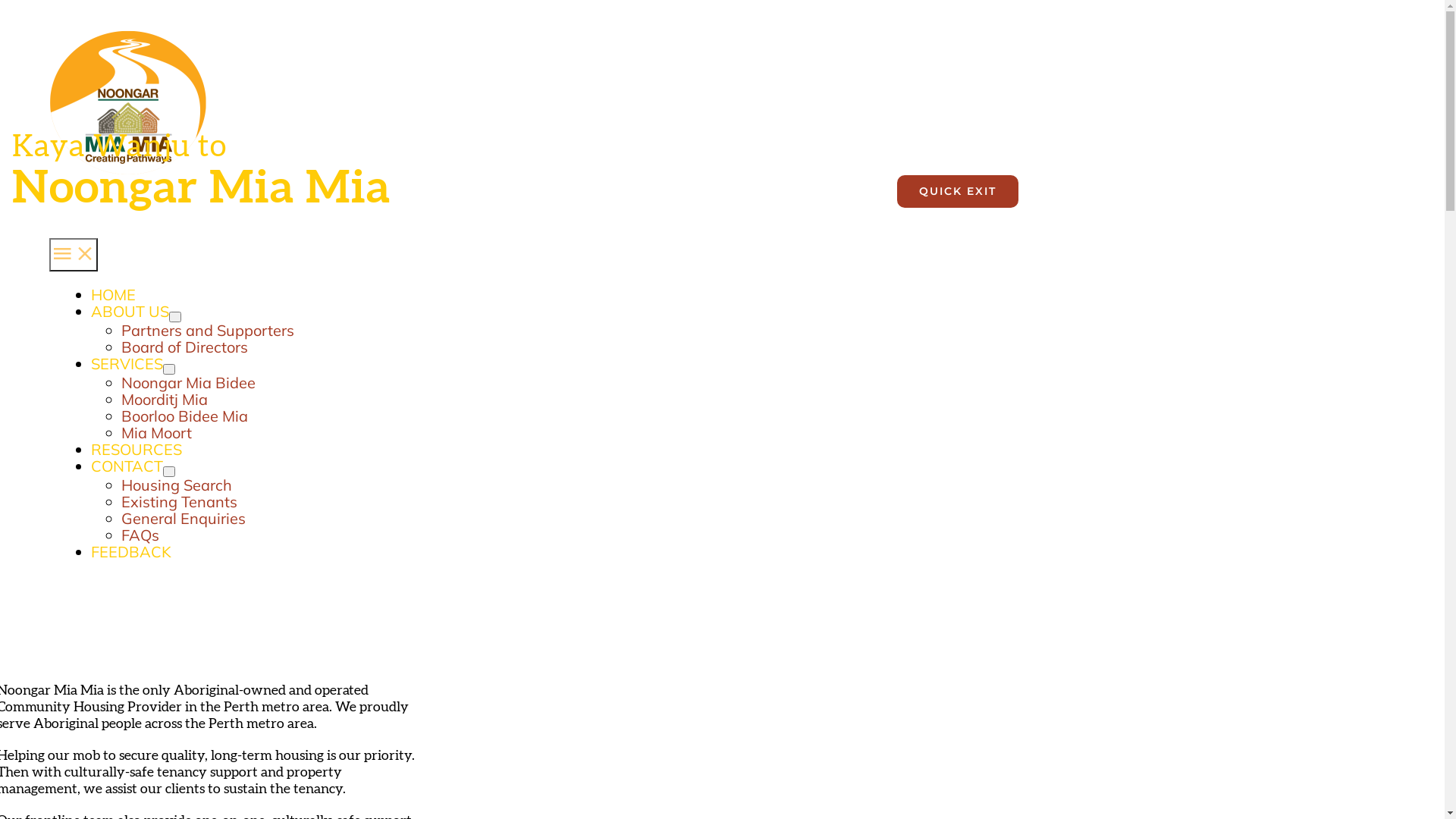 The height and width of the screenshot is (819, 1456). Describe the element at coordinates (956, 190) in the screenshot. I see `'QUICK EXIT'` at that location.